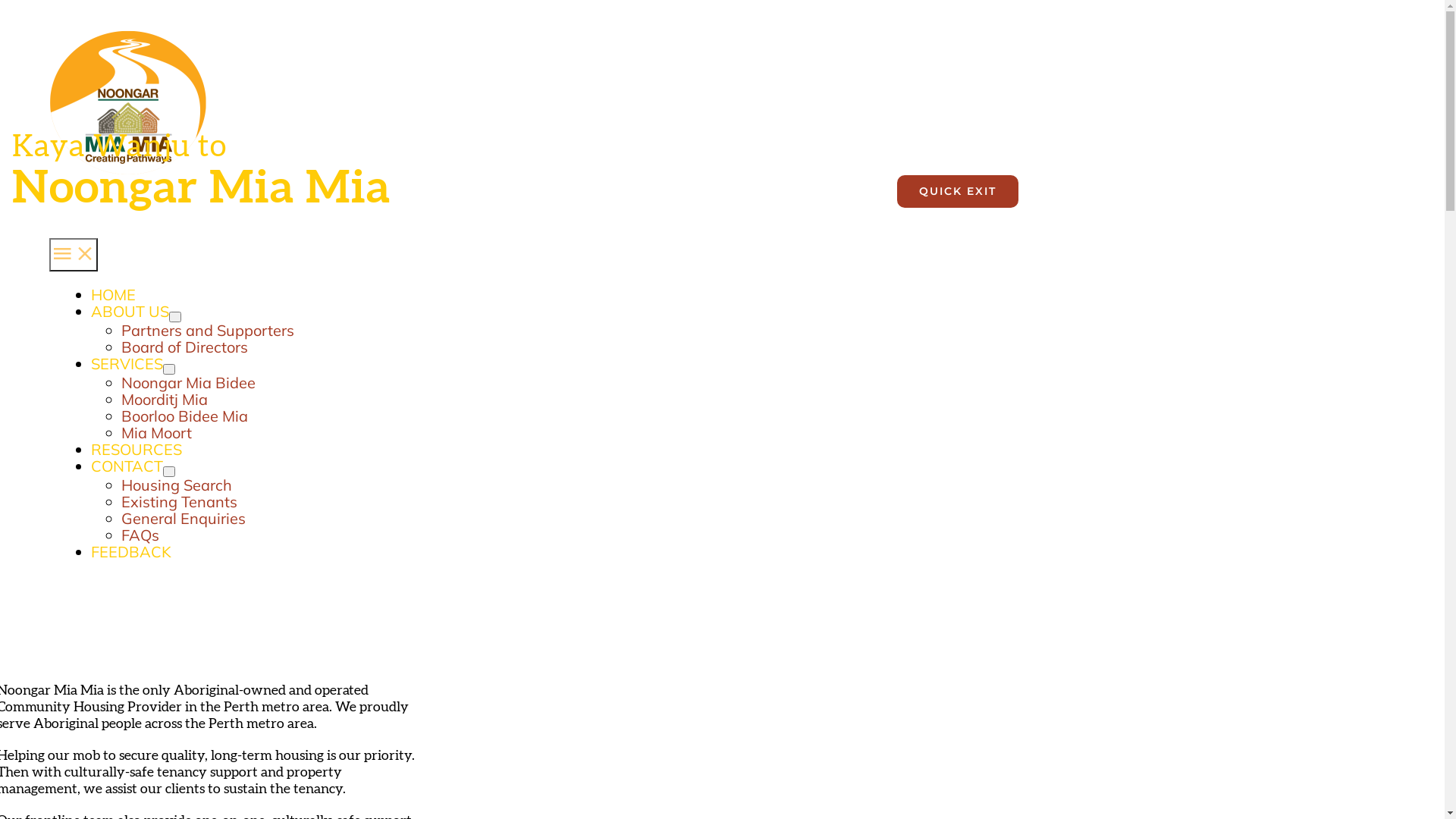 The height and width of the screenshot is (819, 1456). Describe the element at coordinates (956, 190) in the screenshot. I see `'QUICK EXIT'` at that location.